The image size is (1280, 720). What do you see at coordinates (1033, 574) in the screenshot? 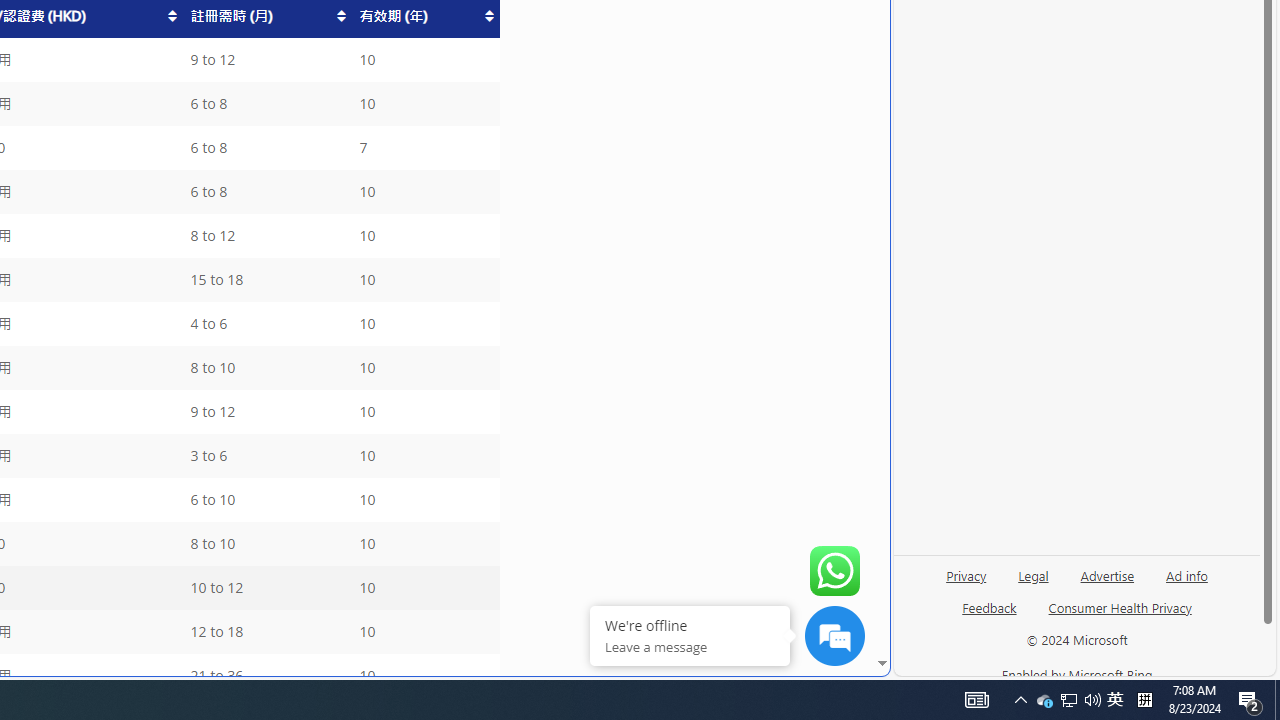
I see `'Legal'` at bounding box center [1033, 574].